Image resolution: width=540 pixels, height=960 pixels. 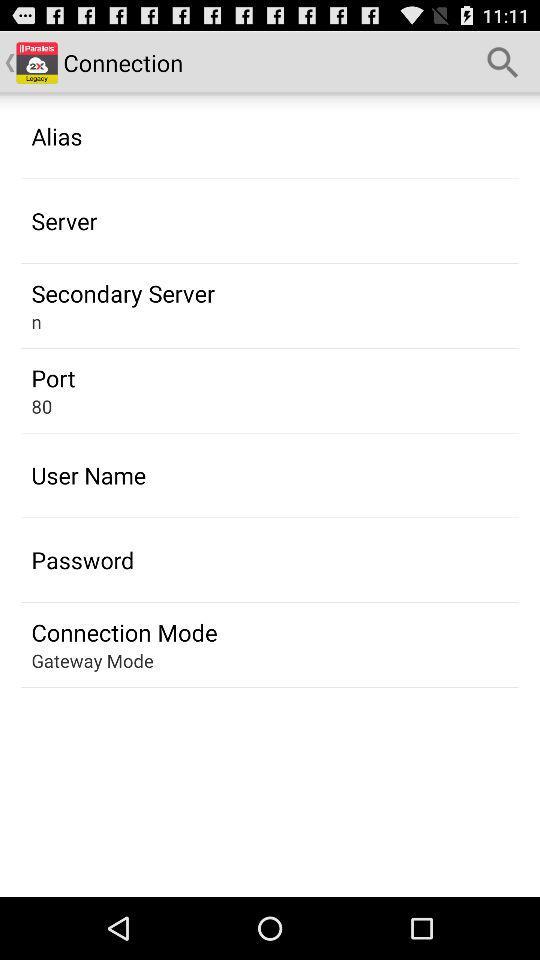 What do you see at coordinates (123, 292) in the screenshot?
I see `app below the server icon` at bounding box center [123, 292].